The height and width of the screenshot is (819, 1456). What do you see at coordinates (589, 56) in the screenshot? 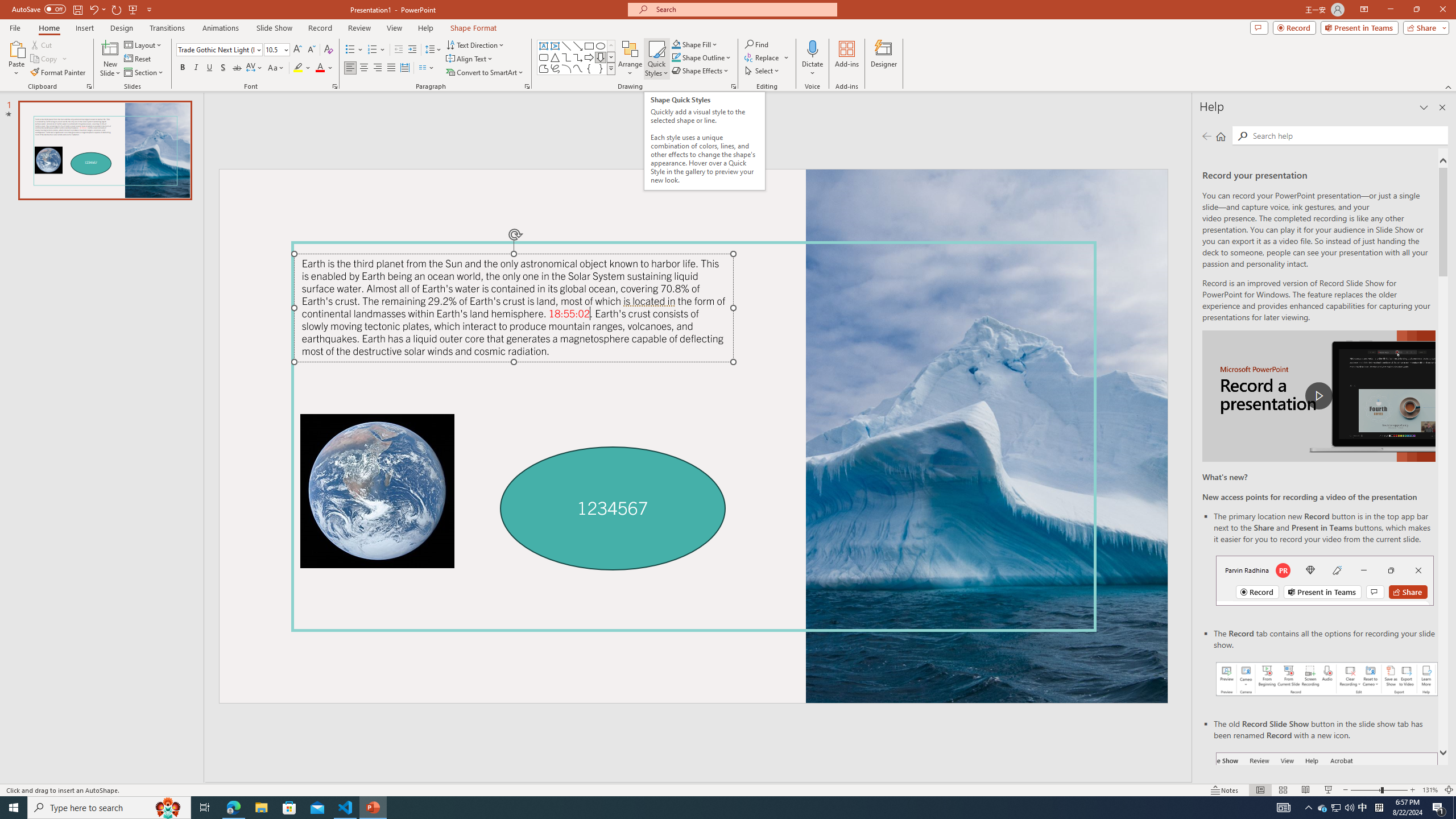
I see `'Arrow: Right'` at bounding box center [589, 56].